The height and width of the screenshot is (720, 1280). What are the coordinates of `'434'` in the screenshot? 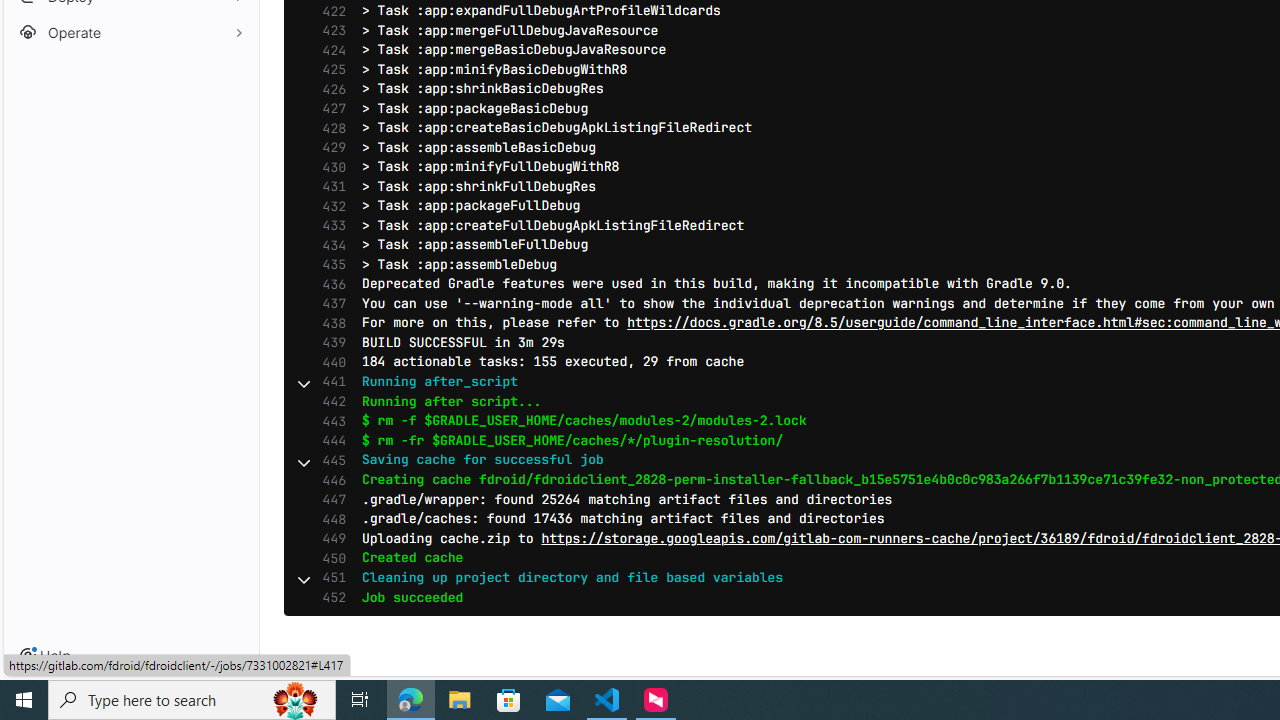 It's located at (329, 244).